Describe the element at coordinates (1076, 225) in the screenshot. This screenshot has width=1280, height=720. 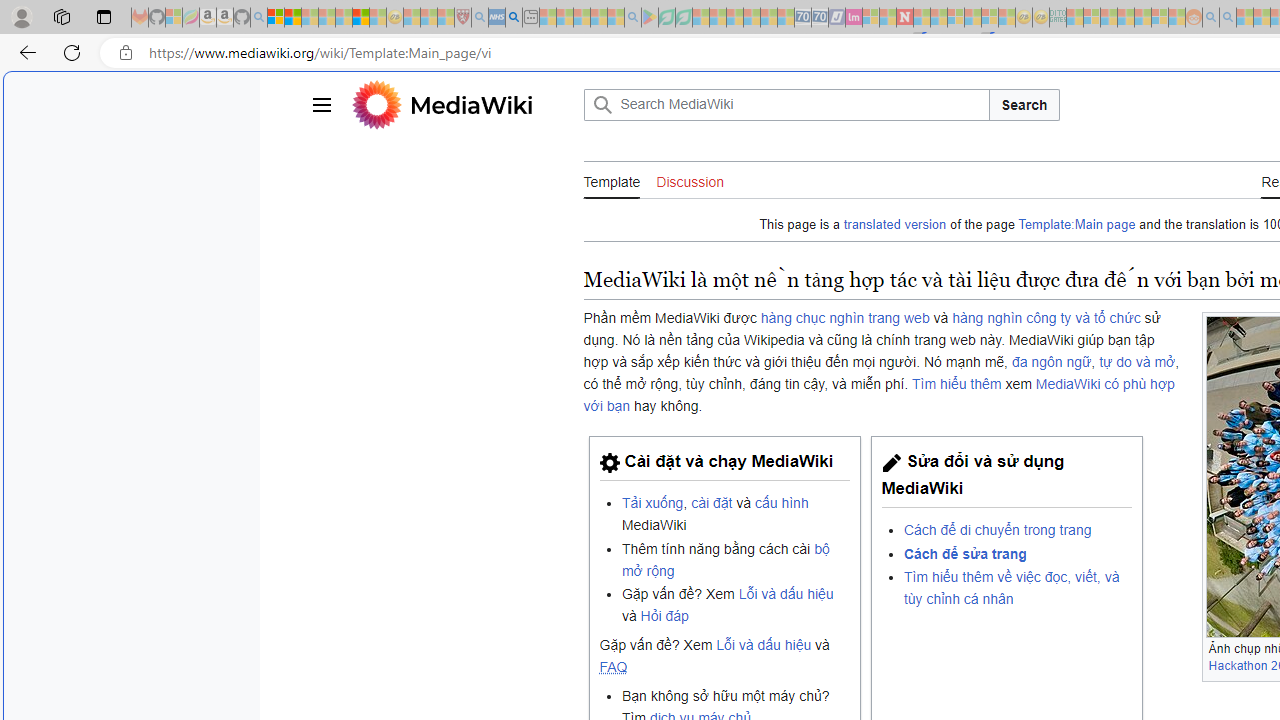
I see `'Template:Main page'` at that location.